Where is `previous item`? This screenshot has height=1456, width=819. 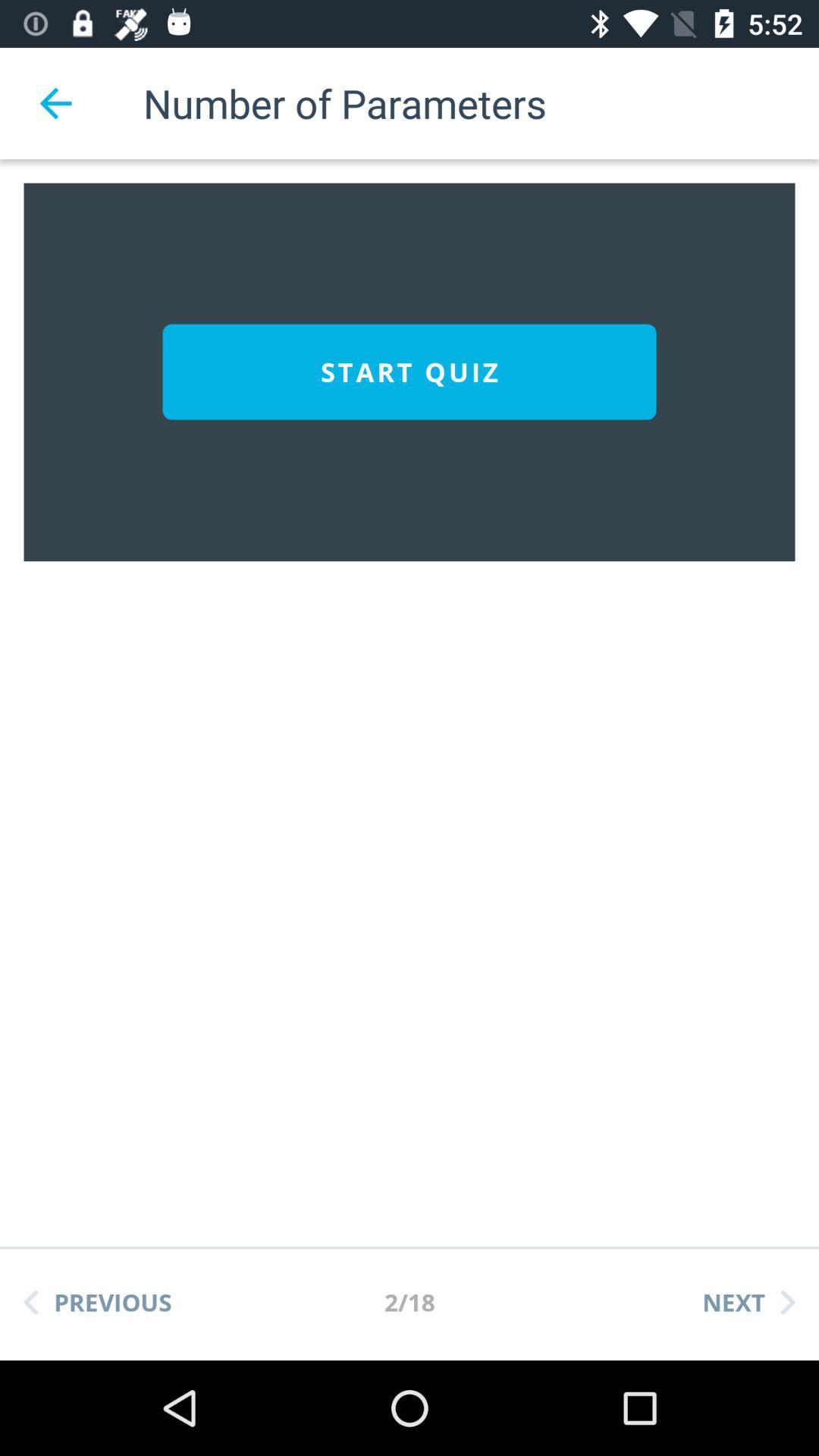 previous item is located at coordinates (97, 1301).